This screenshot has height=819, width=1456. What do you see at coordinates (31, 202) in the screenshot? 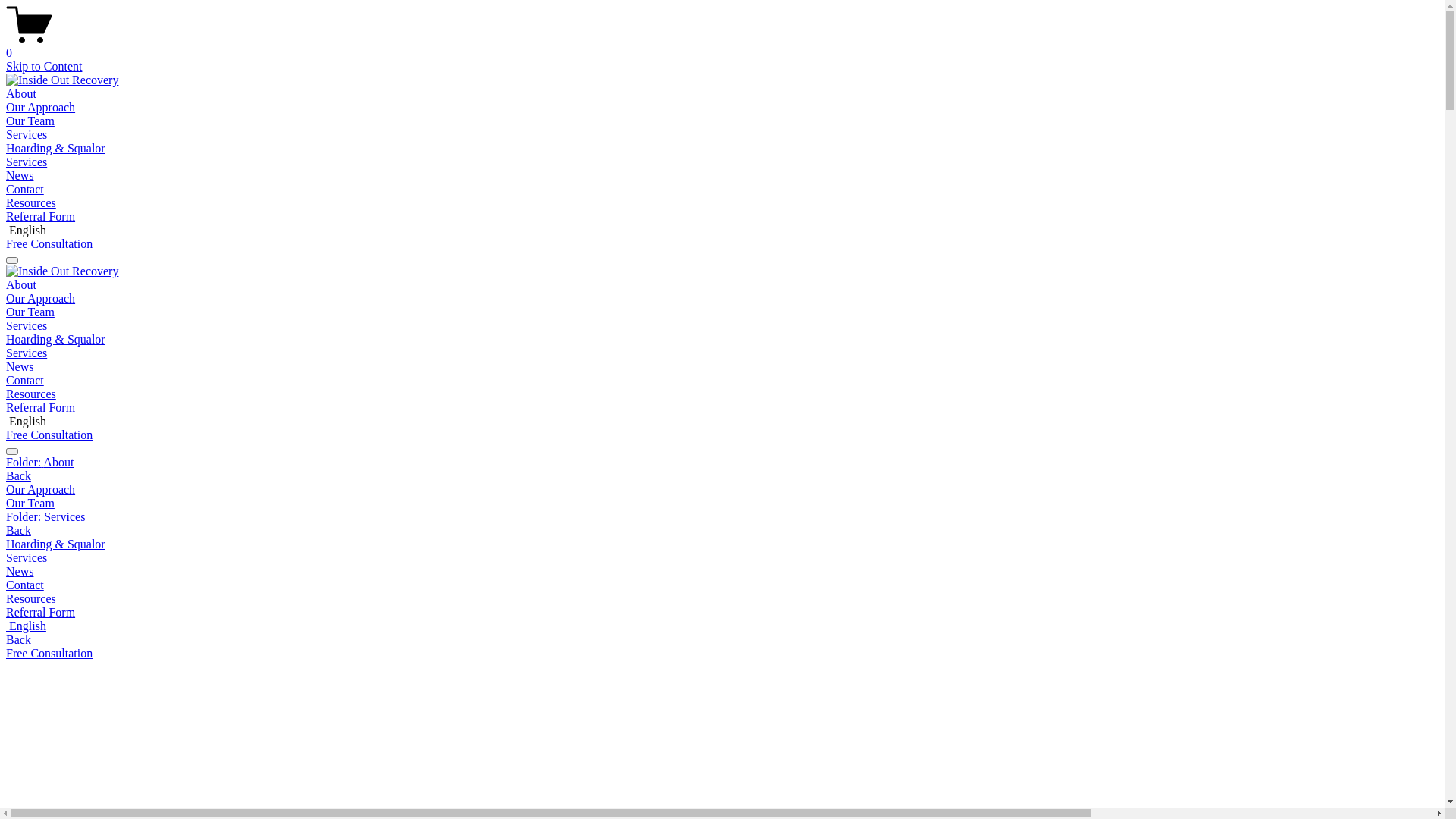
I see `'Resources'` at bounding box center [31, 202].